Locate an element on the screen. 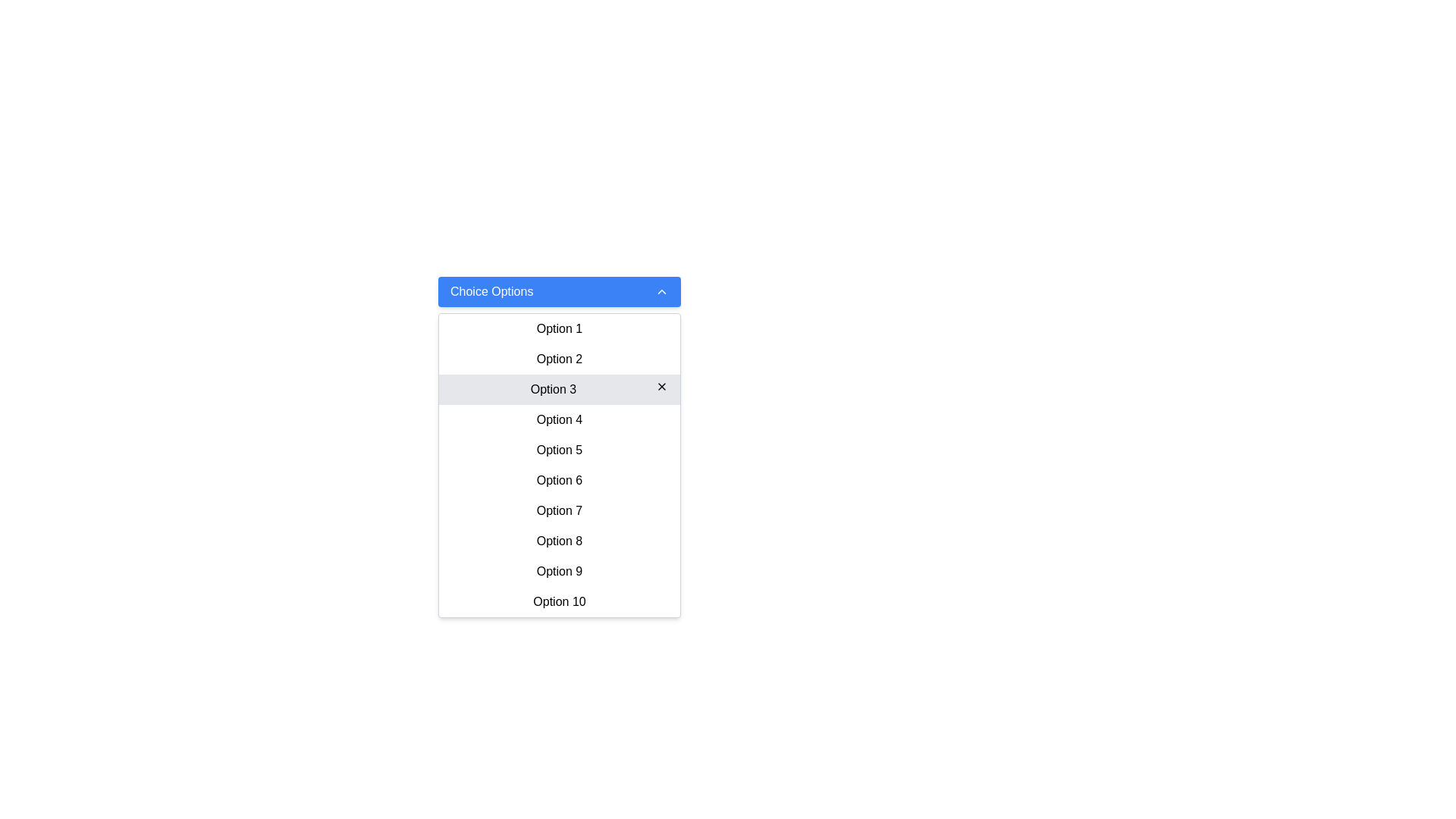  the menu item labeled 'Option 6' in the 'Choice Options' dropdown is located at coordinates (559, 480).